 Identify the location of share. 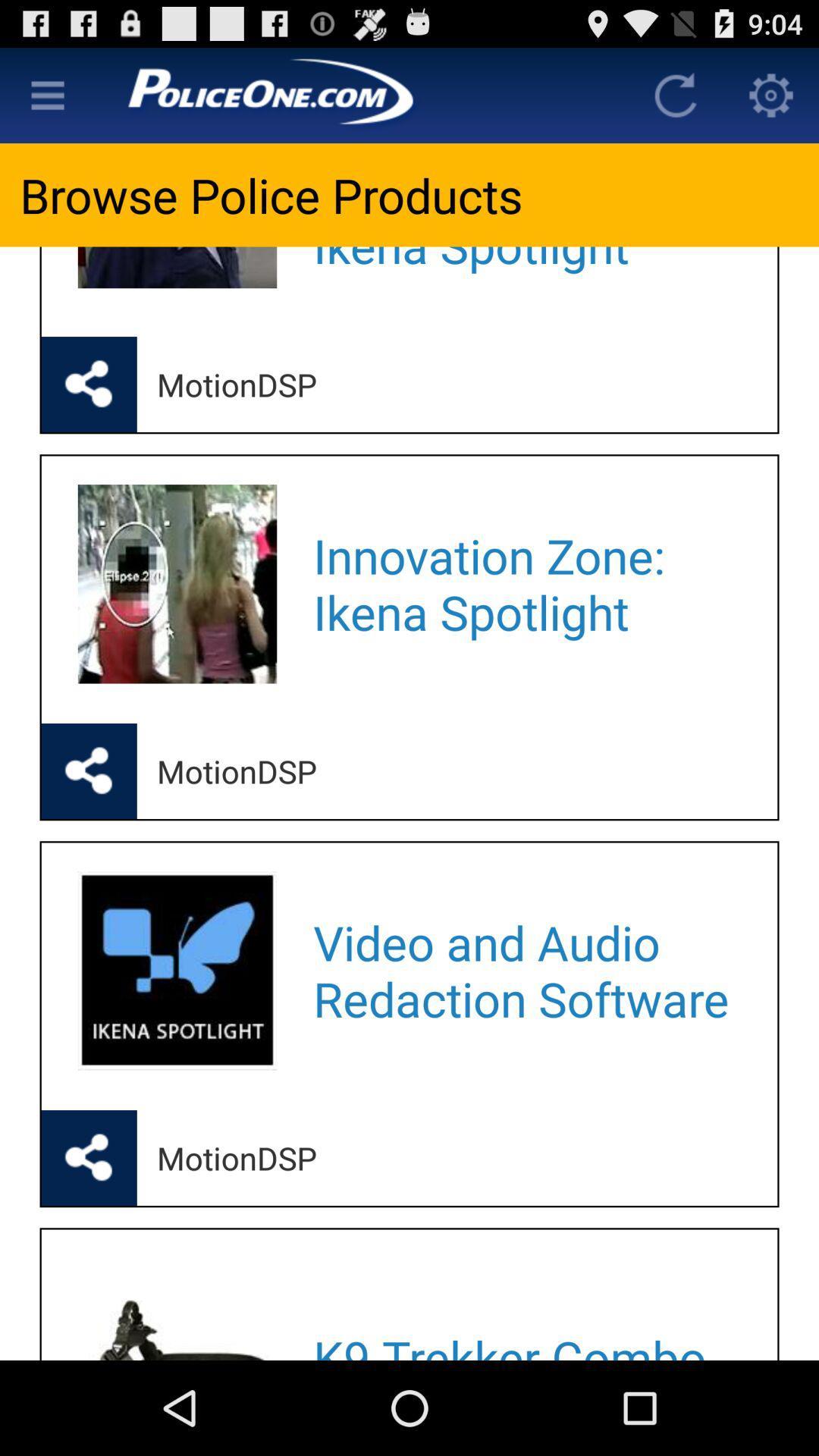
(89, 384).